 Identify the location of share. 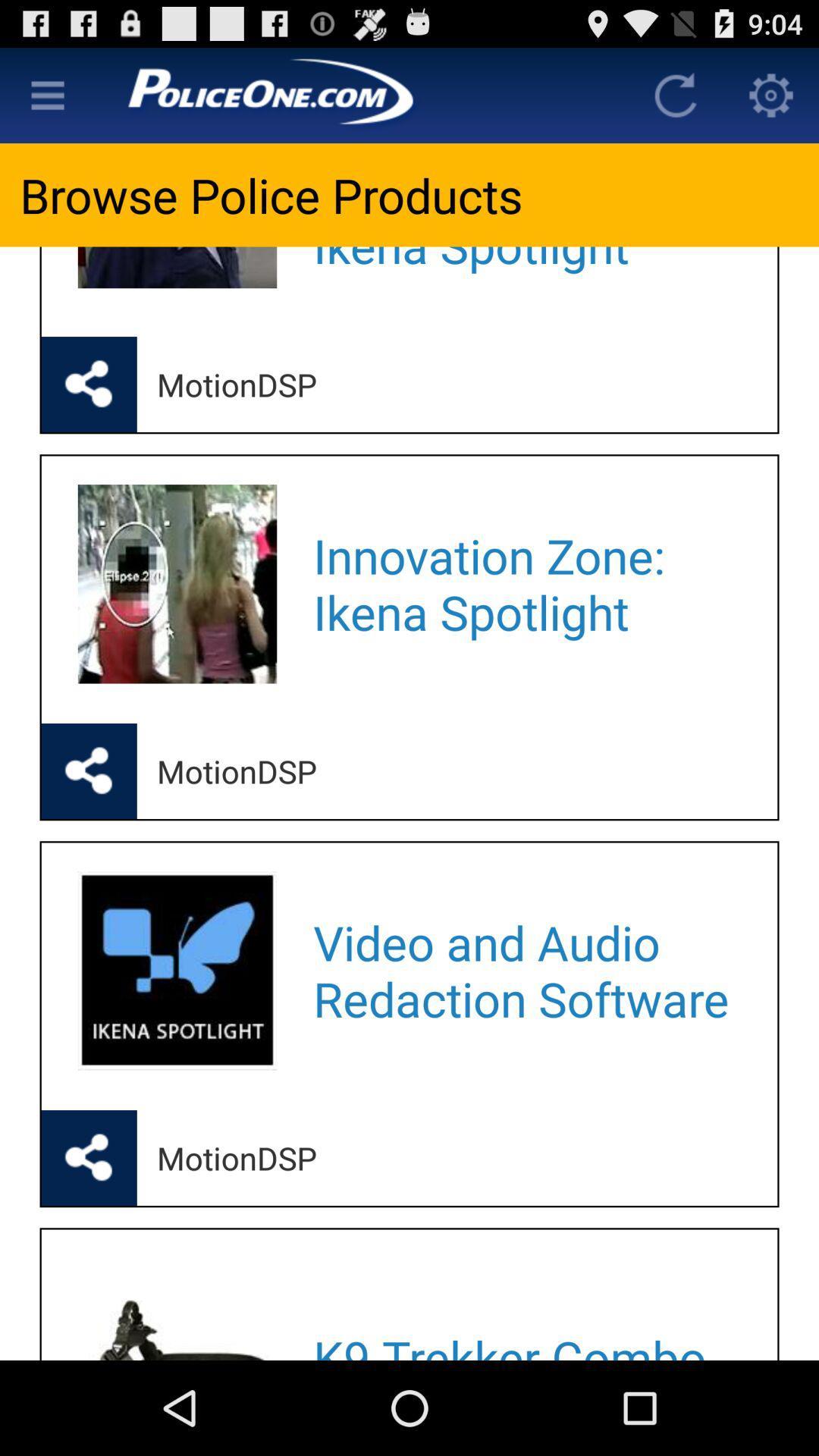
(89, 384).